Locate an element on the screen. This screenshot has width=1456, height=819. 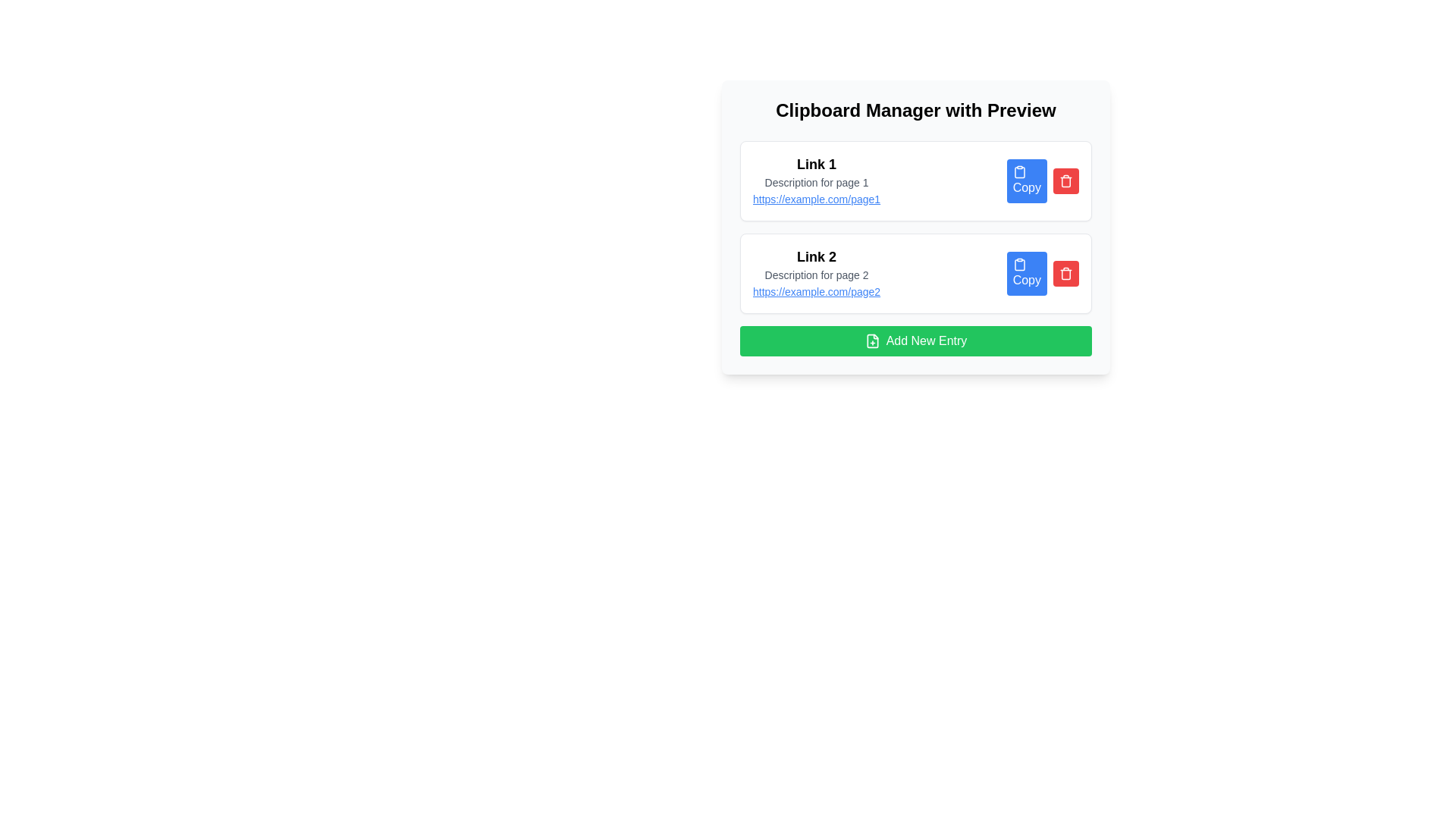
the static text or label that serves as the identifier or title for the content related to 'page 2', positioned above its description and link is located at coordinates (816, 256).